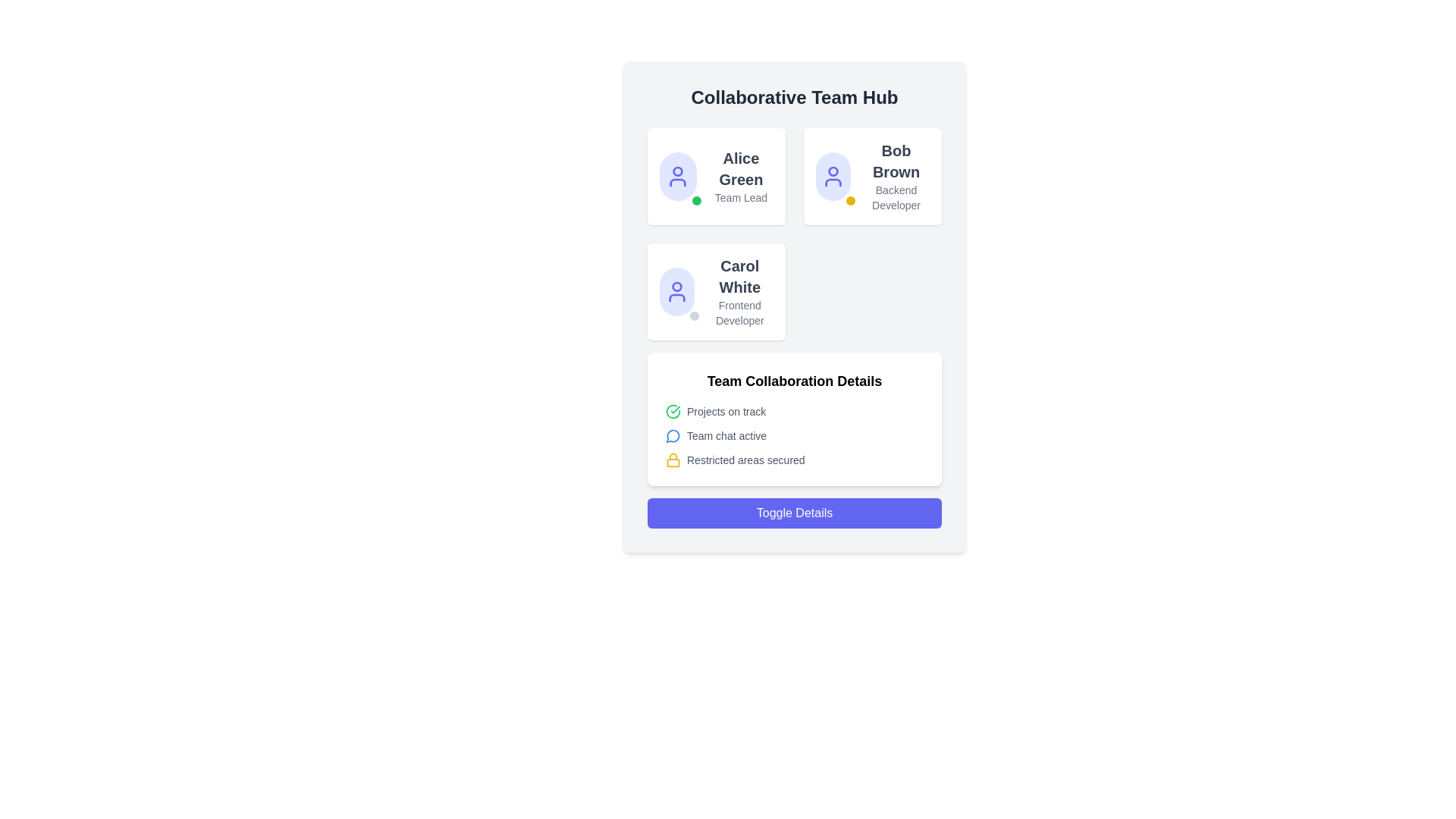 This screenshot has height=819, width=1456. I want to click on the user profile icon that features a circular shape with a blue color, located at the top-left section of the user interface for 'Alice Green', so click(677, 175).